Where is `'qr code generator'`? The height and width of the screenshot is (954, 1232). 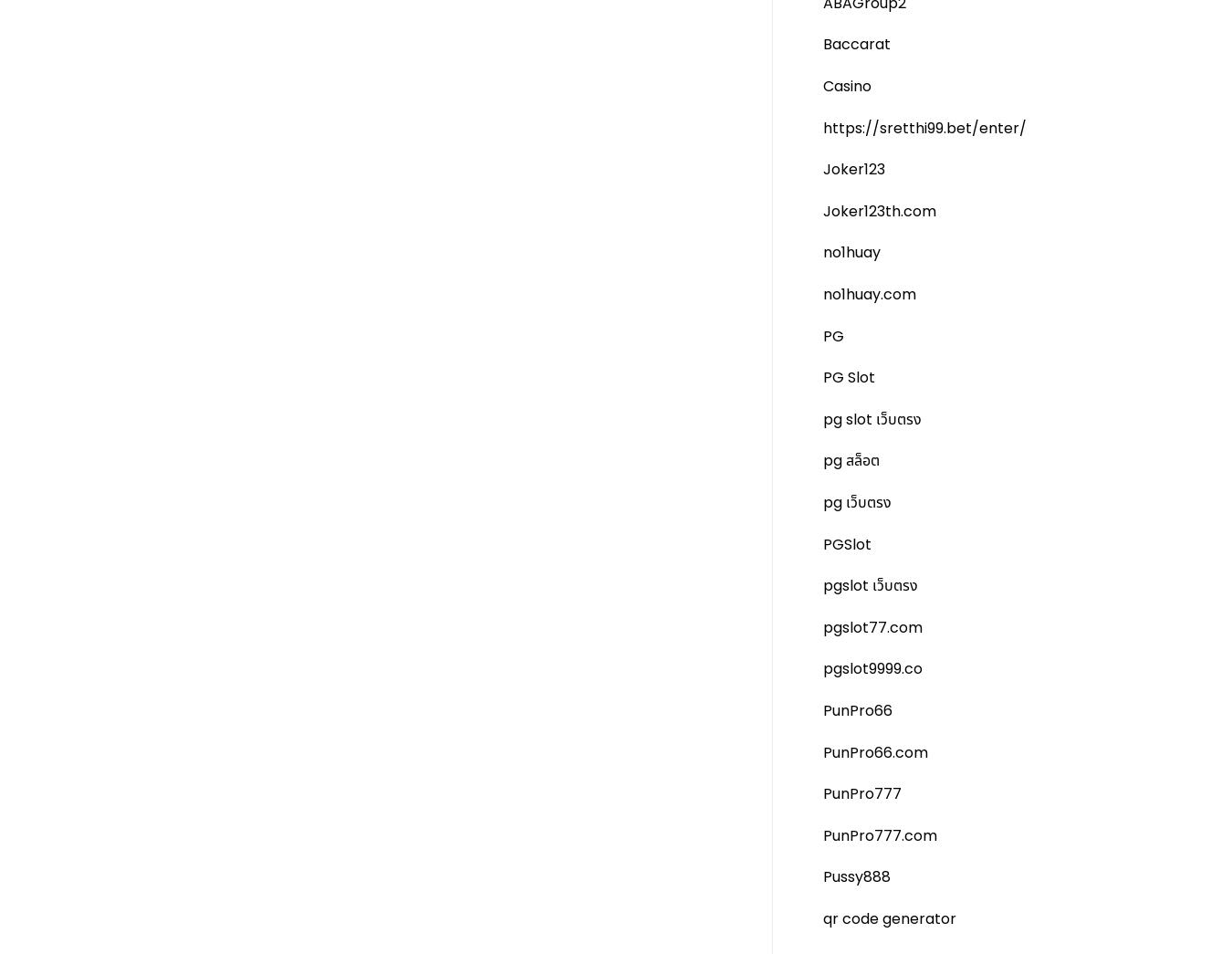 'qr code generator' is located at coordinates (821, 917).